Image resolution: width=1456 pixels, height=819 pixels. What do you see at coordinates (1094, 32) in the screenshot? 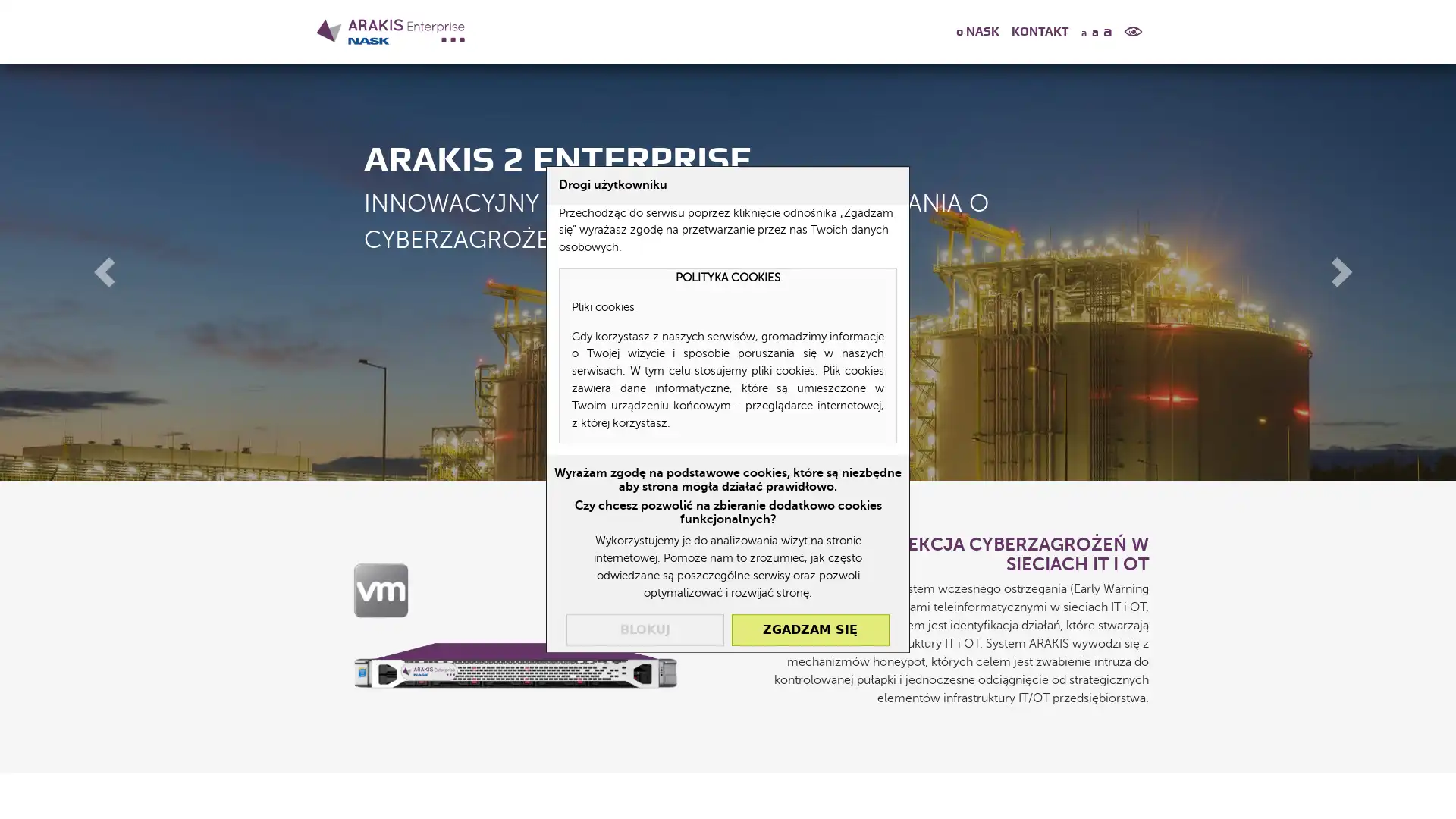
I see `a` at bounding box center [1094, 32].